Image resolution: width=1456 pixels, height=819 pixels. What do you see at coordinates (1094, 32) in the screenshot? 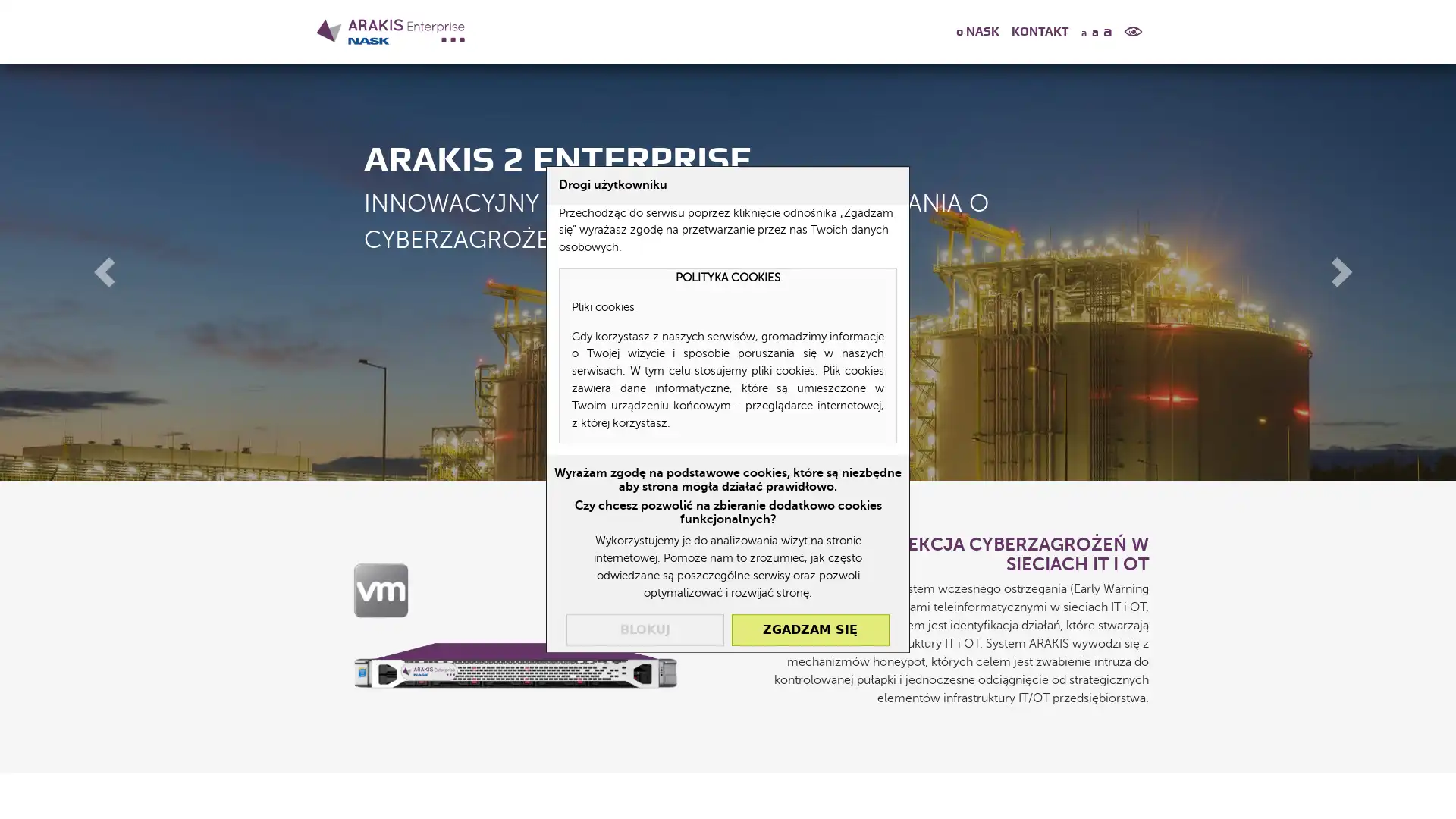
I see `a` at bounding box center [1094, 32].